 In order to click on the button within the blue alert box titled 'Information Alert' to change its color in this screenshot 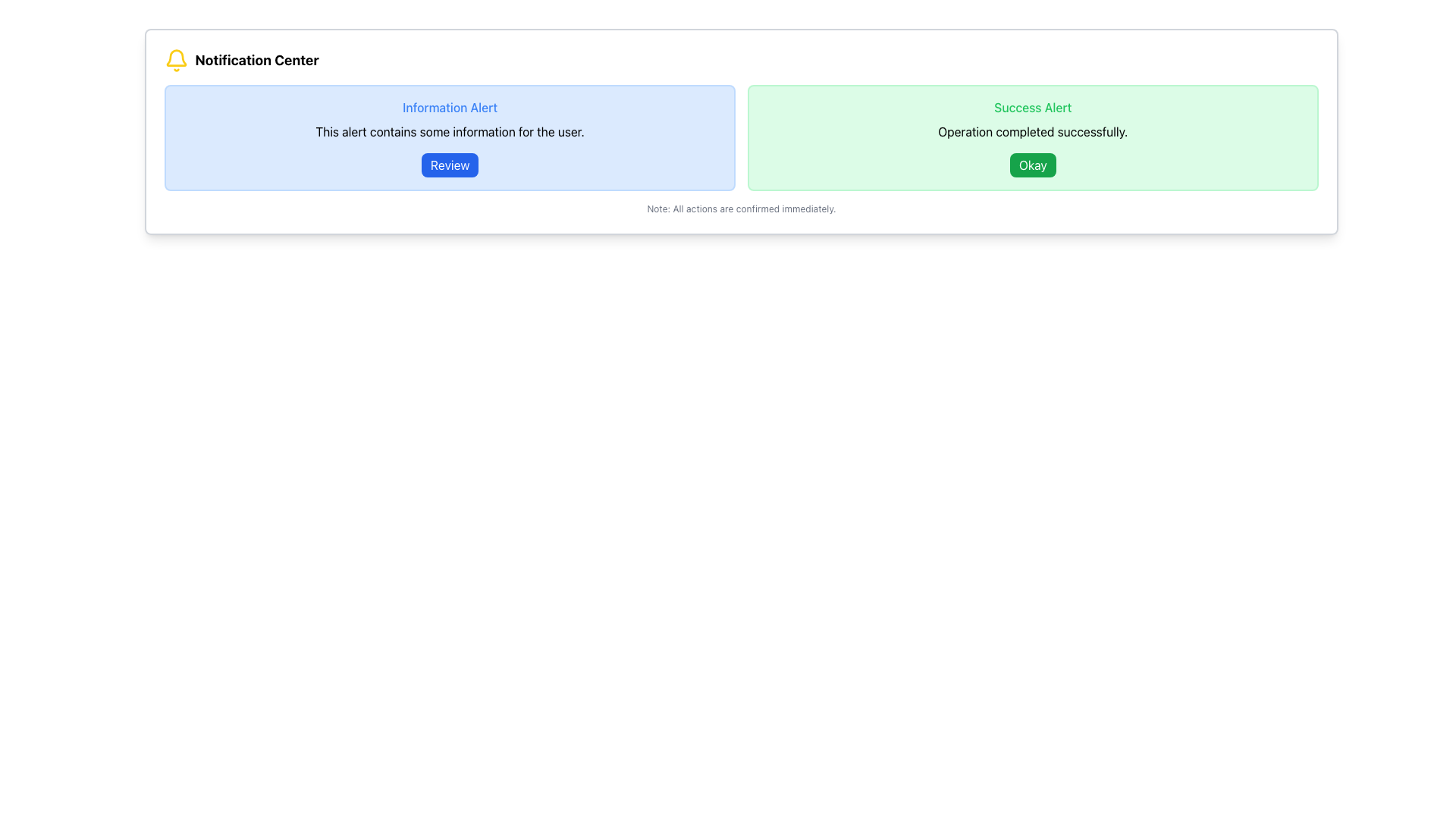, I will do `click(449, 165)`.